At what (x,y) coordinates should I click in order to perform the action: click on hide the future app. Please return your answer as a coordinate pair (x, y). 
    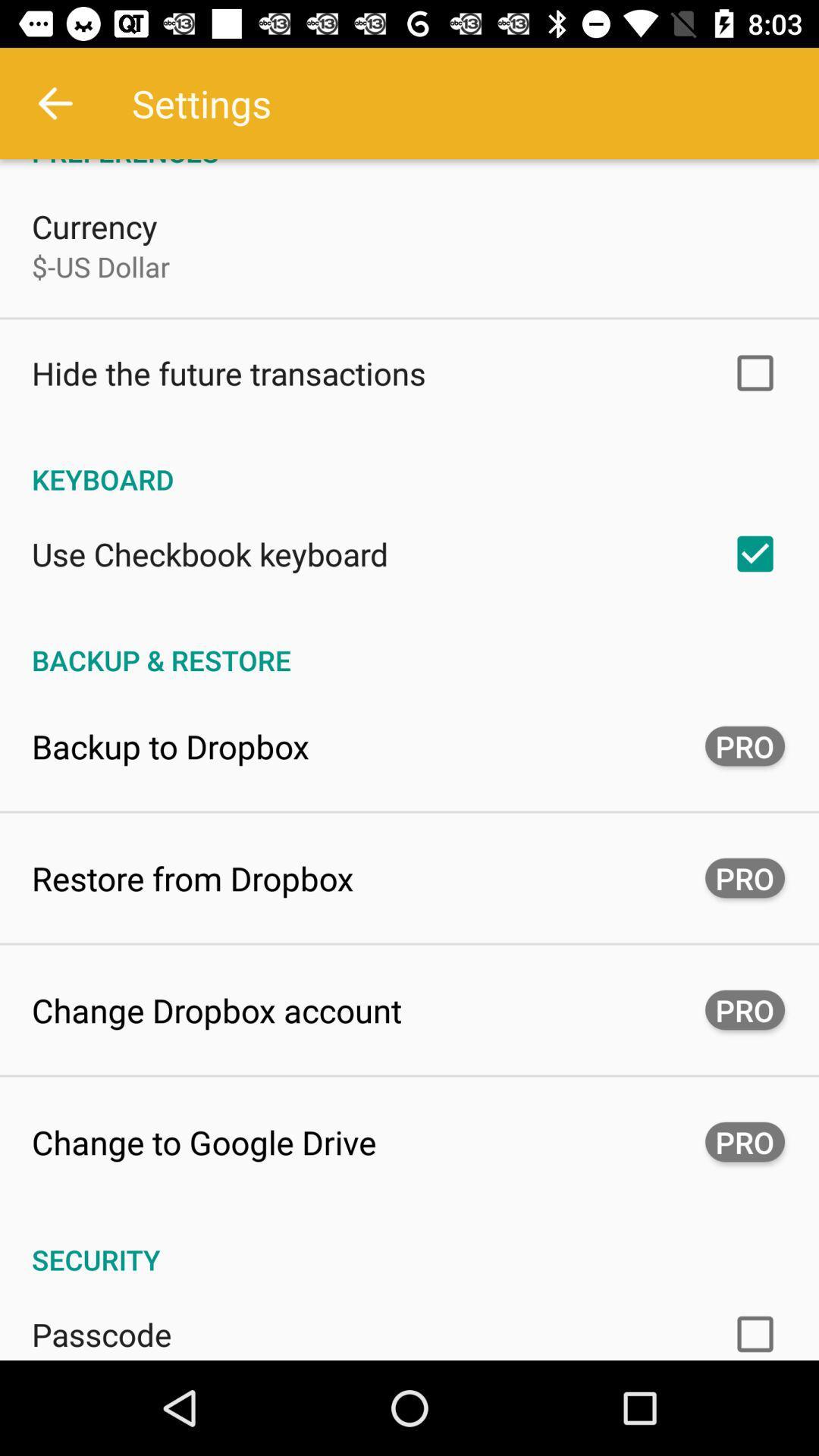
    Looking at the image, I should click on (228, 373).